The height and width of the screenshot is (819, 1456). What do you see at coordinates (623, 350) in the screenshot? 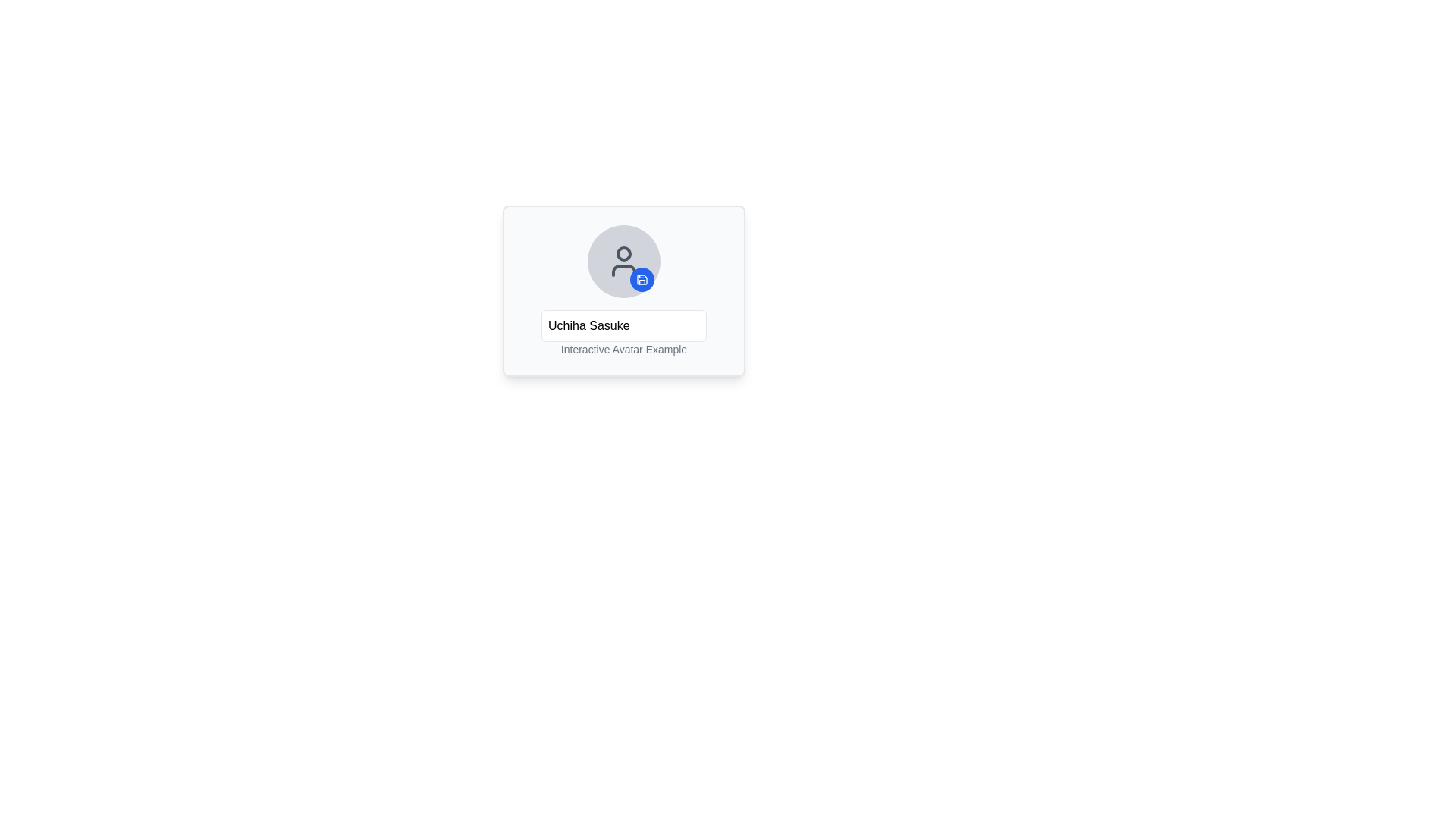
I see `text from the small light gray text label that reads 'Interactive Avatar Example', positioned under the rounded rectangle labeled 'Uchiha Sasuke'` at bounding box center [623, 350].